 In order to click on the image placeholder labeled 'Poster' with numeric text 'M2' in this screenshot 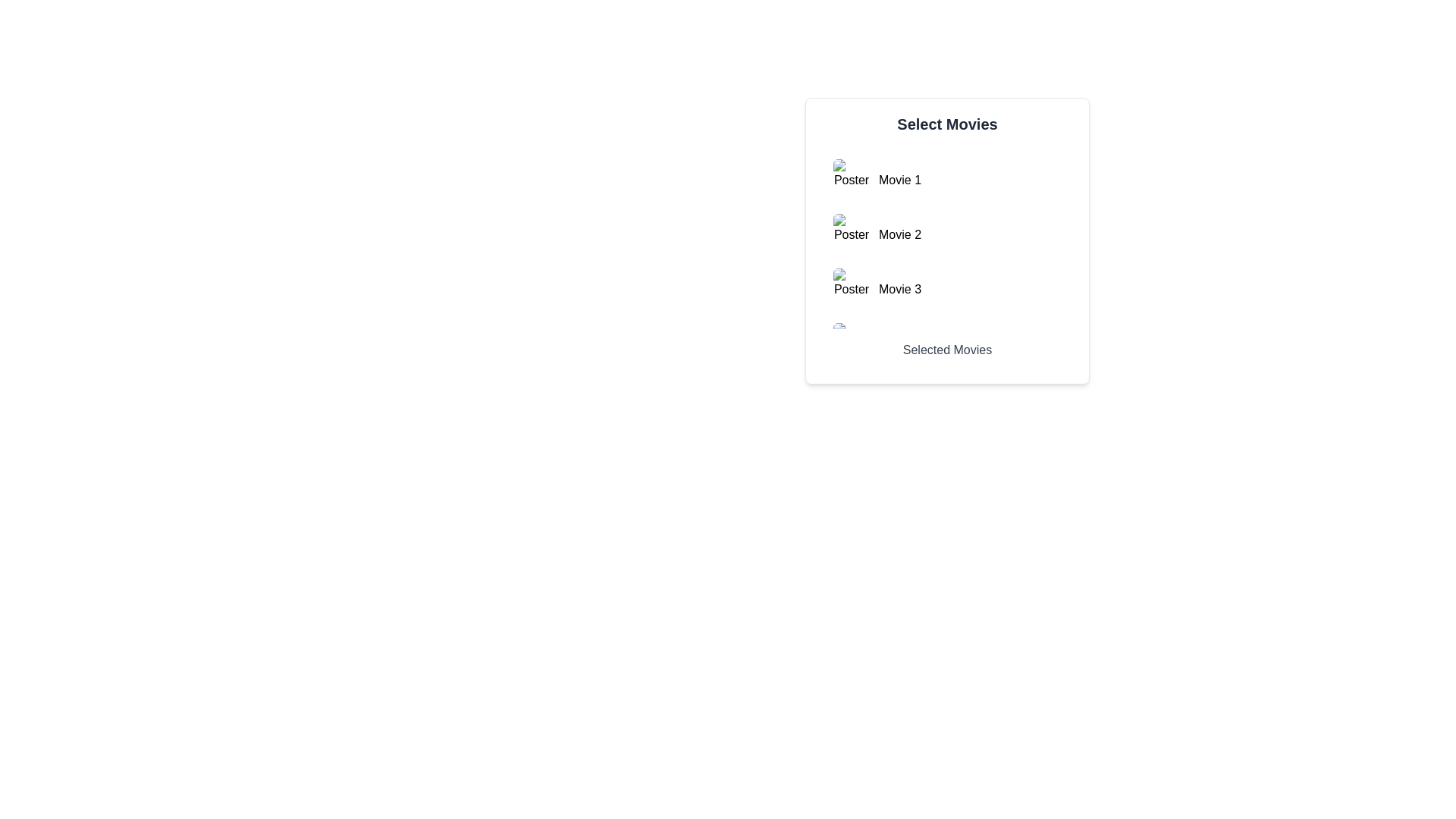, I will do `click(852, 234)`.